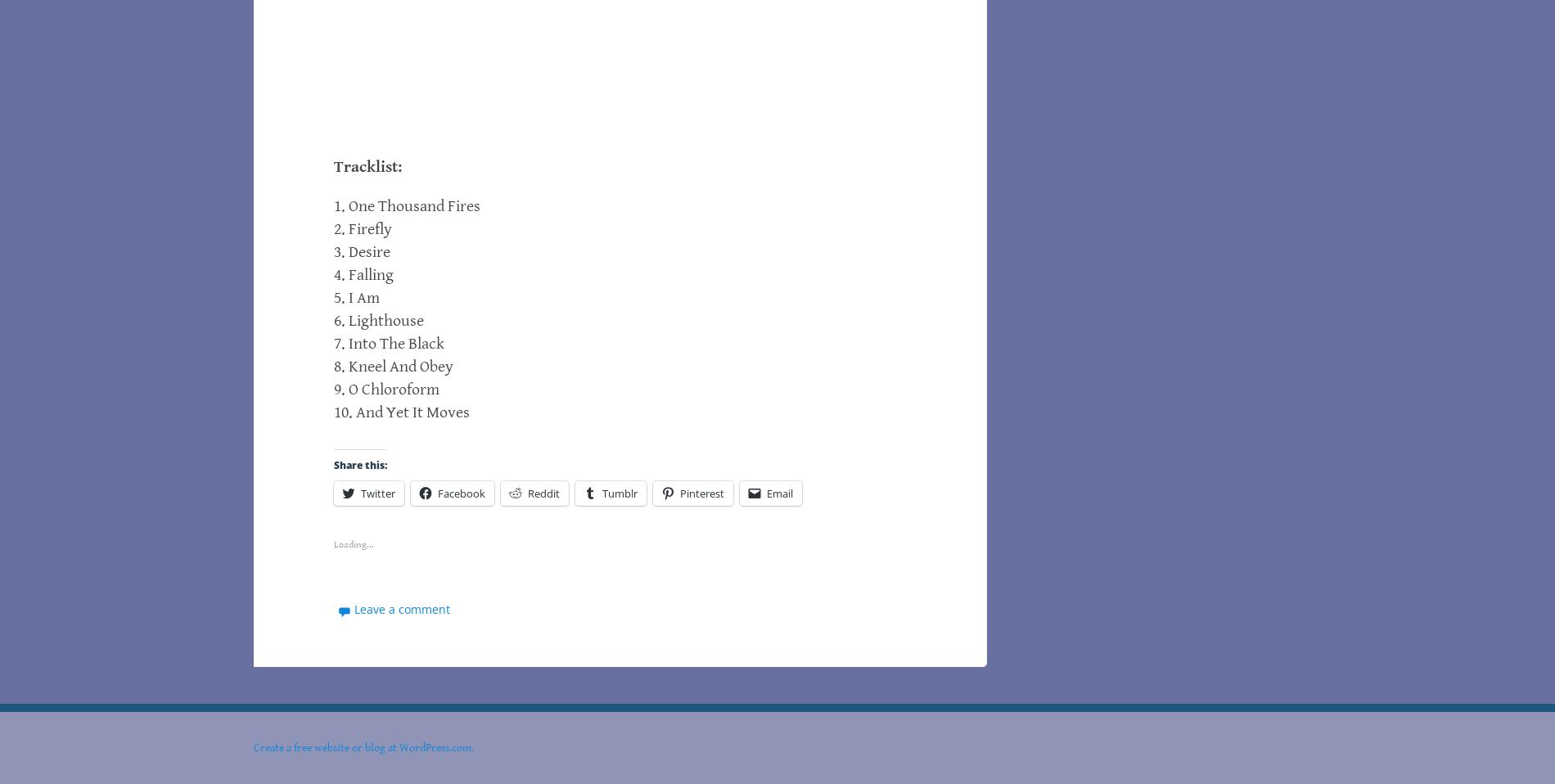  What do you see at coordinates (332, 390) in the screenshot?
I see `'9. O Chloroform'` at bounding box center [332, 390].